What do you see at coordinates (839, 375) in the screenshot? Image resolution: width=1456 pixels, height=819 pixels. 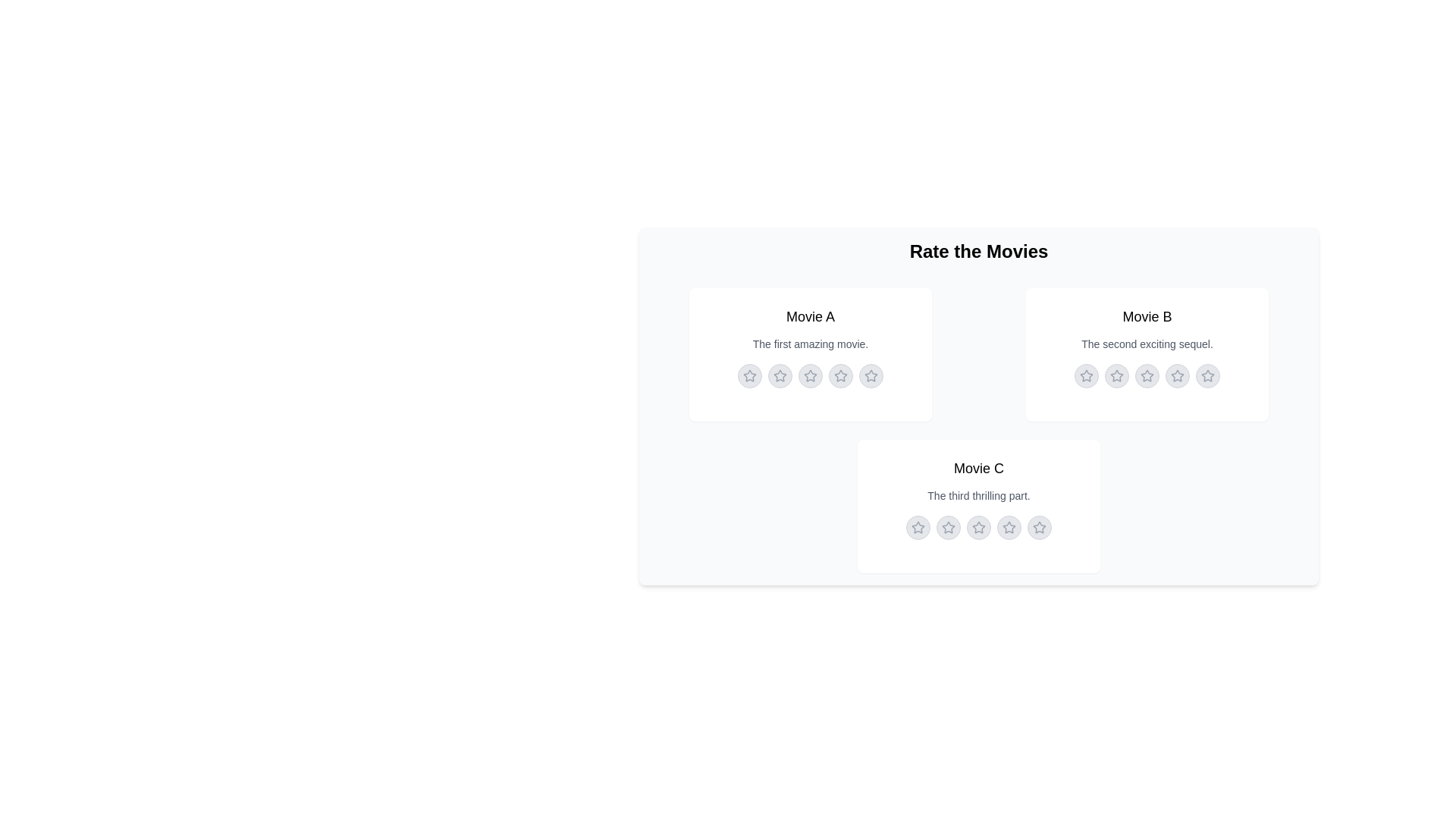 I see `the fourth button in the horizontal row of five buttons within the 'Movie A' card` at bounding box center [839, 375].